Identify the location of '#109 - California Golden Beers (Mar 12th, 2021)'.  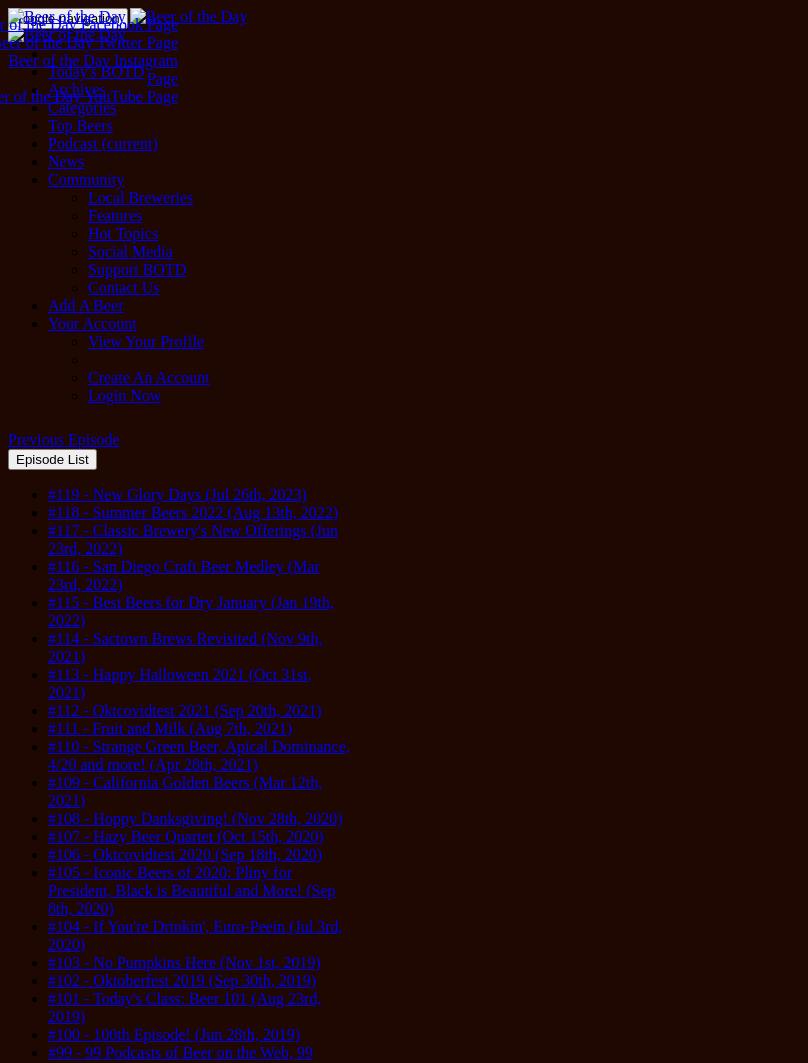
(184, 790).